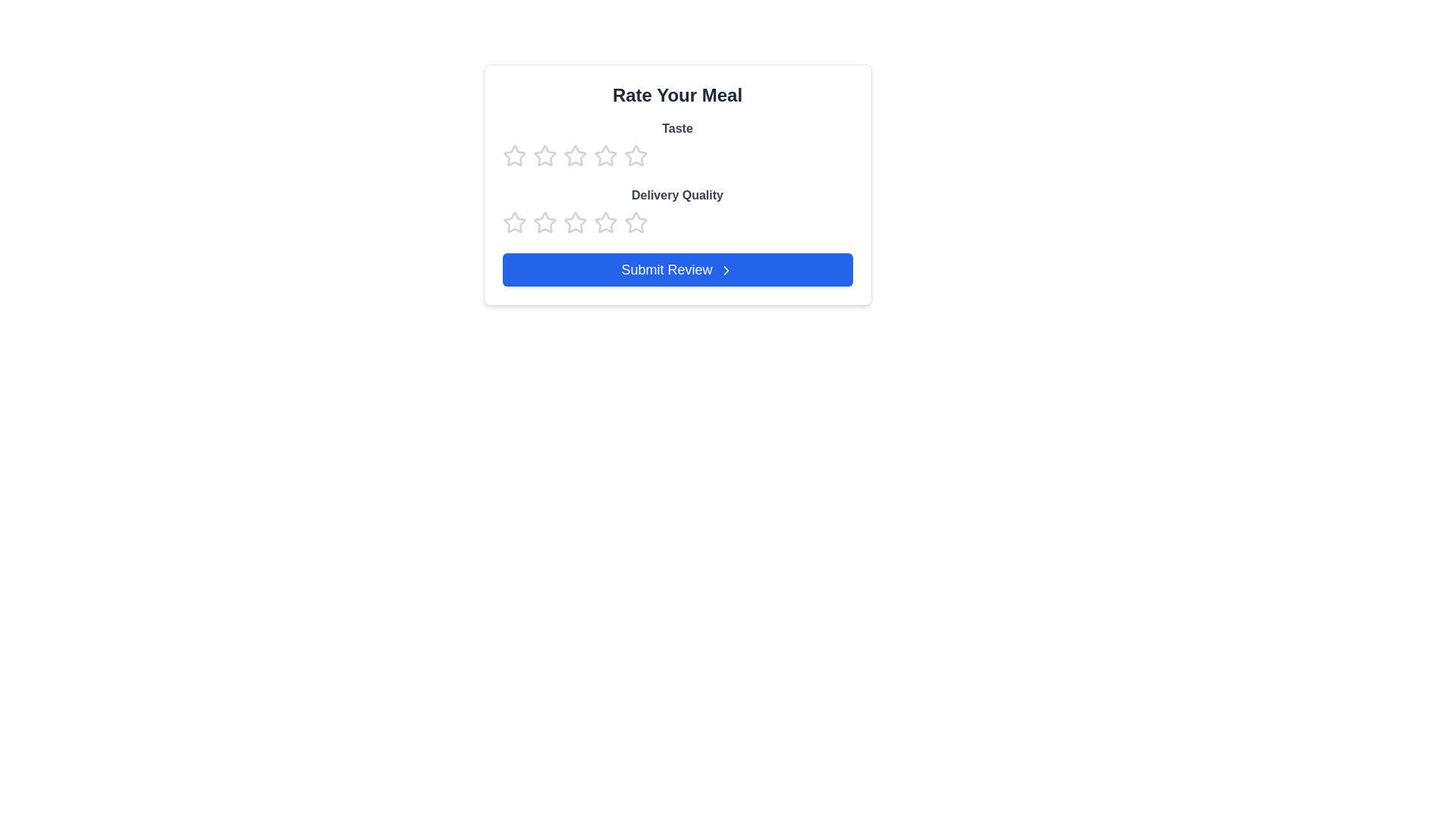 Image resolution: width=1456 pixels, height=819 pixels. What do you see at coordinates (604, 222) in the screenshot?
I see `the fourth star` at bounding box center [604, 222].